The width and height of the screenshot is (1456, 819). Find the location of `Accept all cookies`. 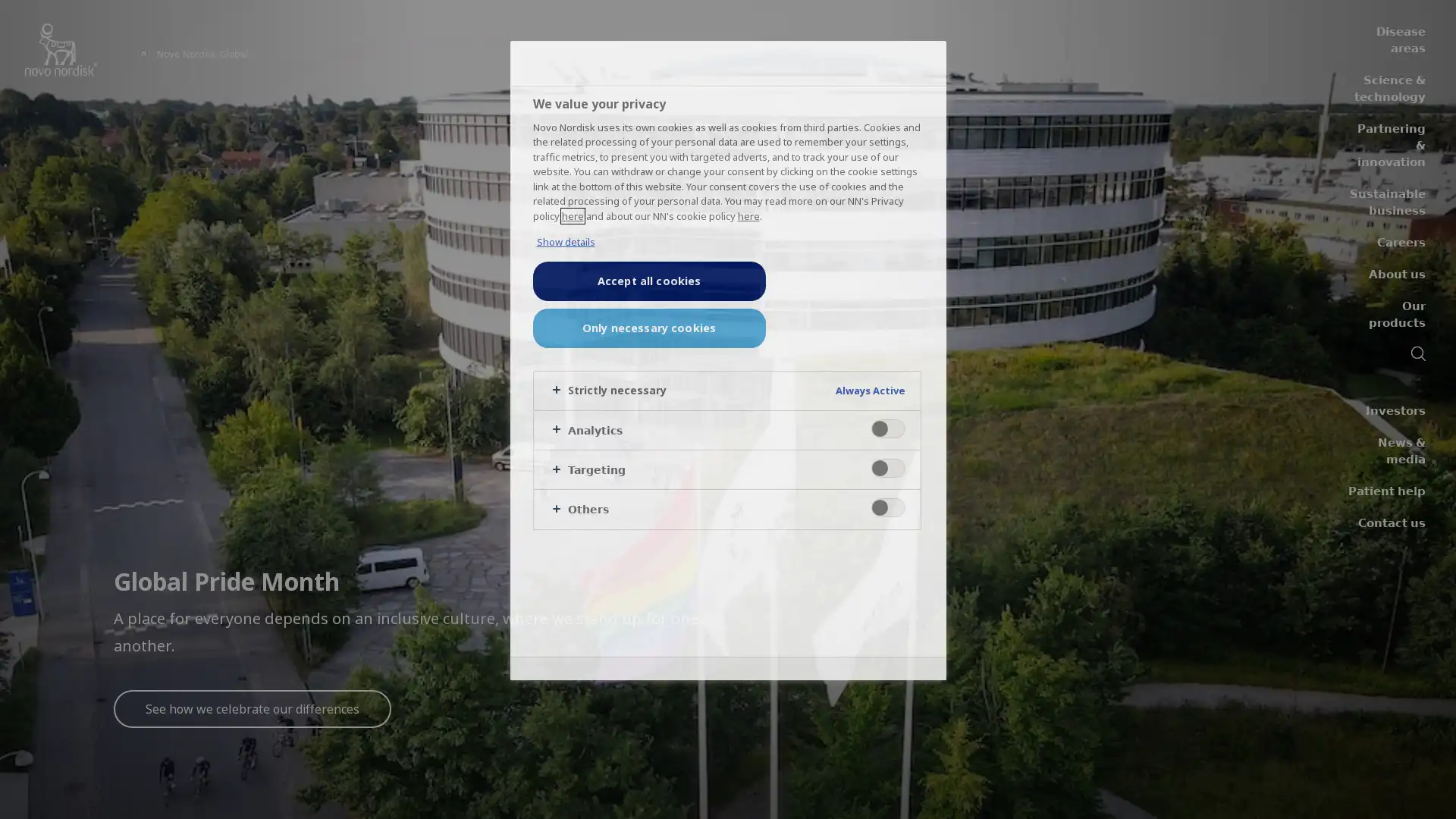

Accept all cookies is located at coordinates (648, 281).